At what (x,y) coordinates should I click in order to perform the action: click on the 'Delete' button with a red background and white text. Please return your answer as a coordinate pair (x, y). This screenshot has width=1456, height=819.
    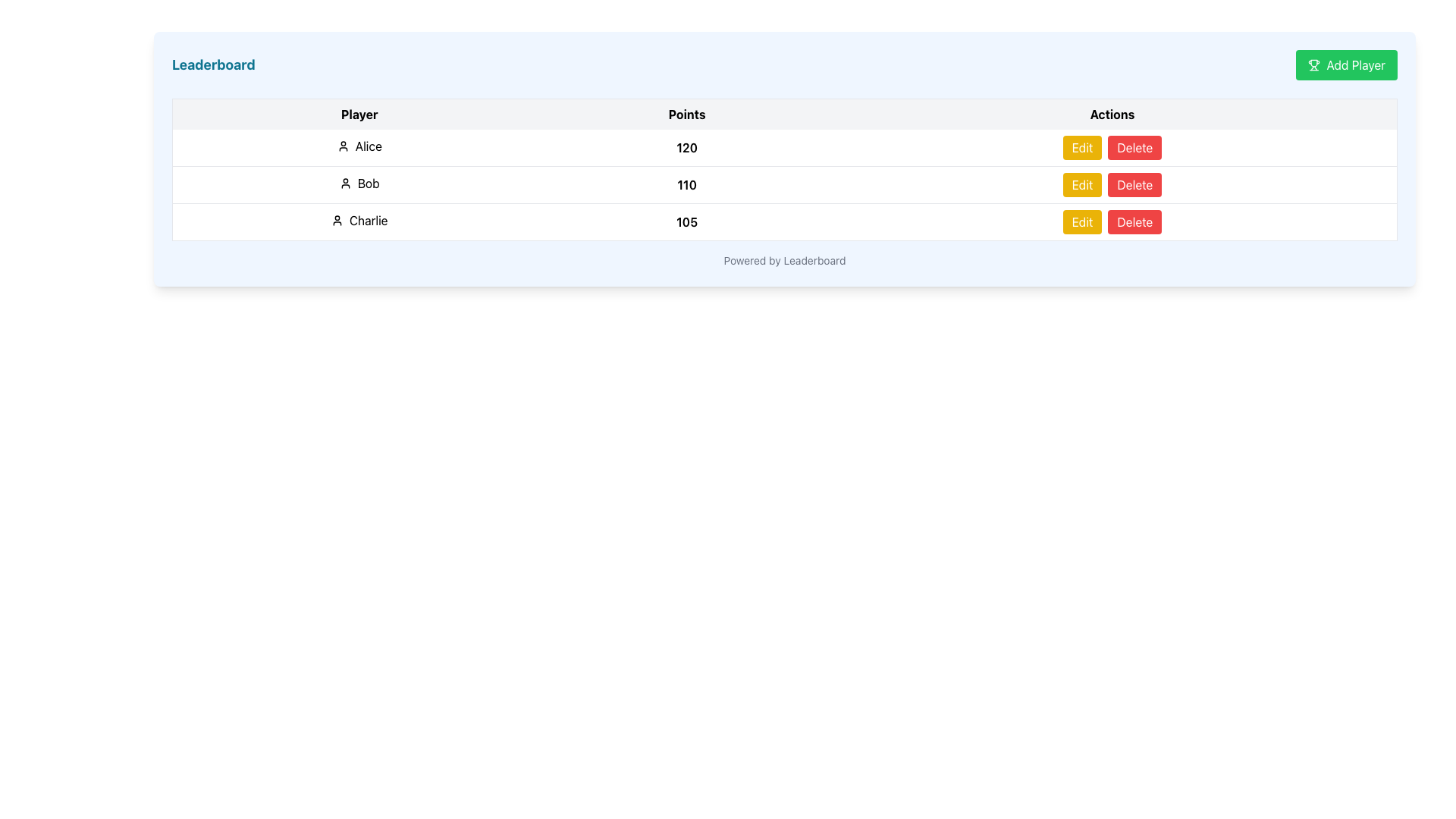
    Looking at the image, I should click on (1134, 184).